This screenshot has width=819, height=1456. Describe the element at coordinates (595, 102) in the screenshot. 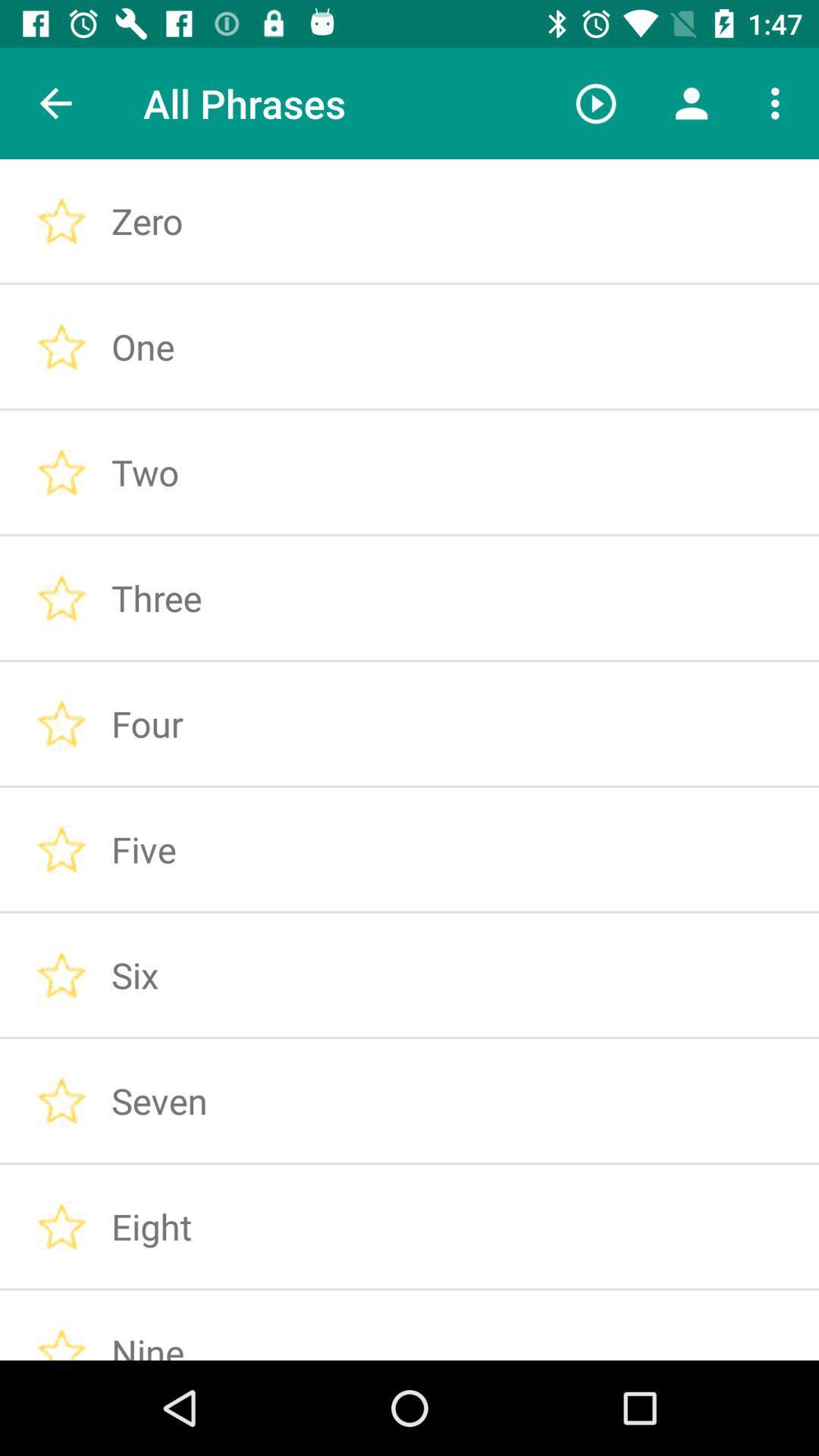

I see `icon to the right of all phrases icon` at that location.